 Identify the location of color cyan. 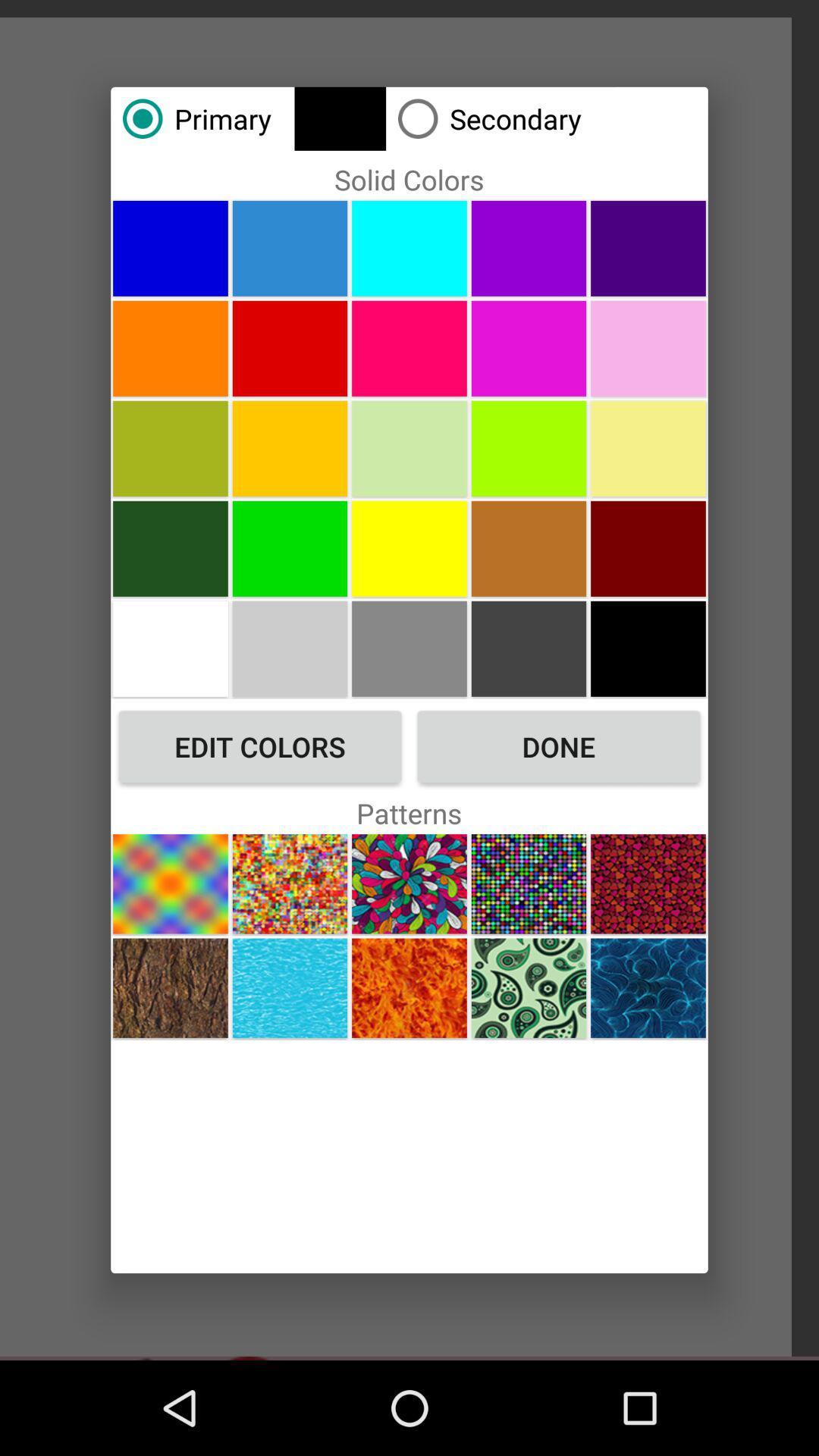
(409, 248).